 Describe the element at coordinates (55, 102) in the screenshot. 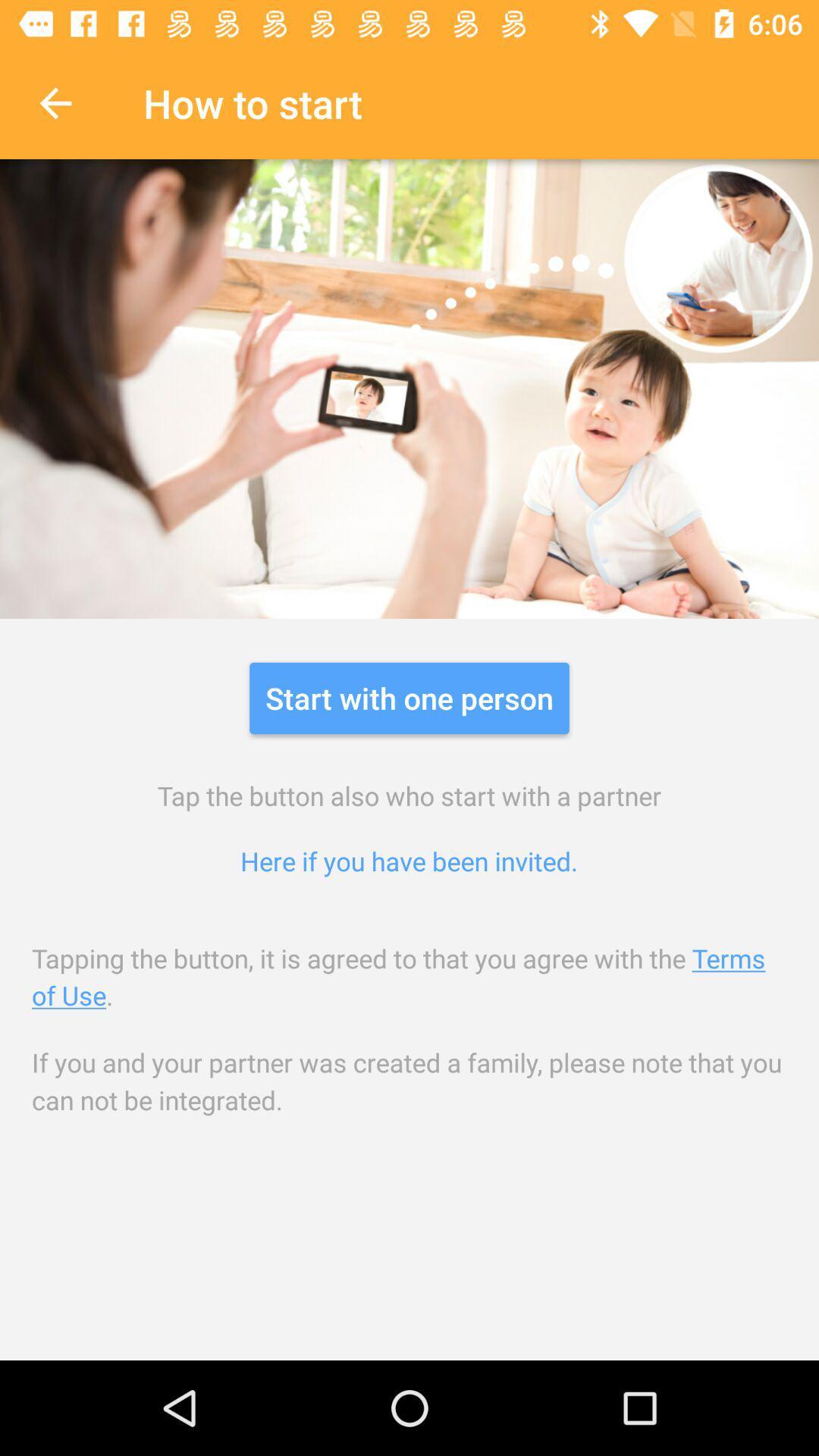

I see `icon to the left of the how to start icon` at that location.